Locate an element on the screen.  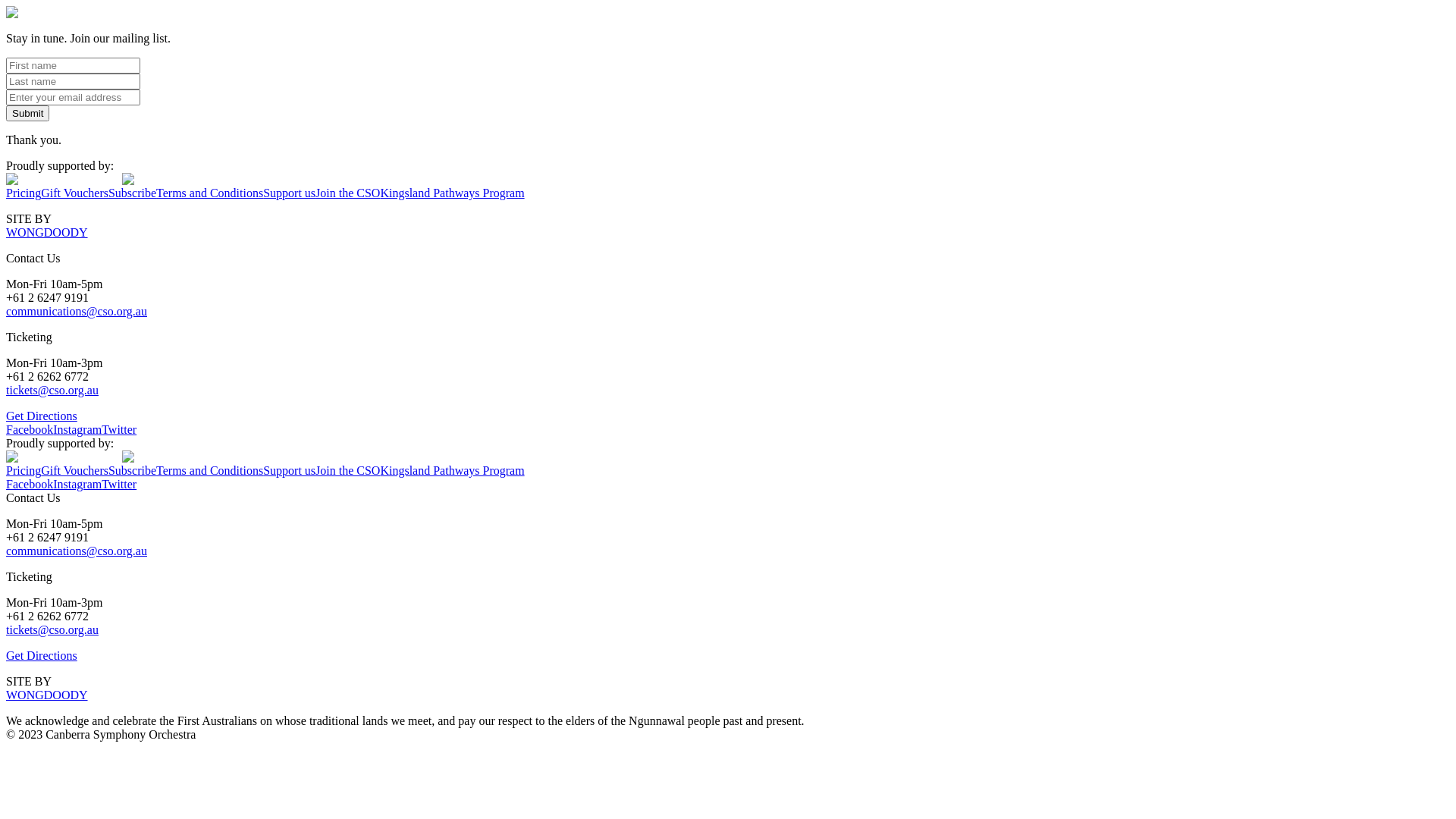
'communications@cso.org.au' is located at coordinates (6, 551).